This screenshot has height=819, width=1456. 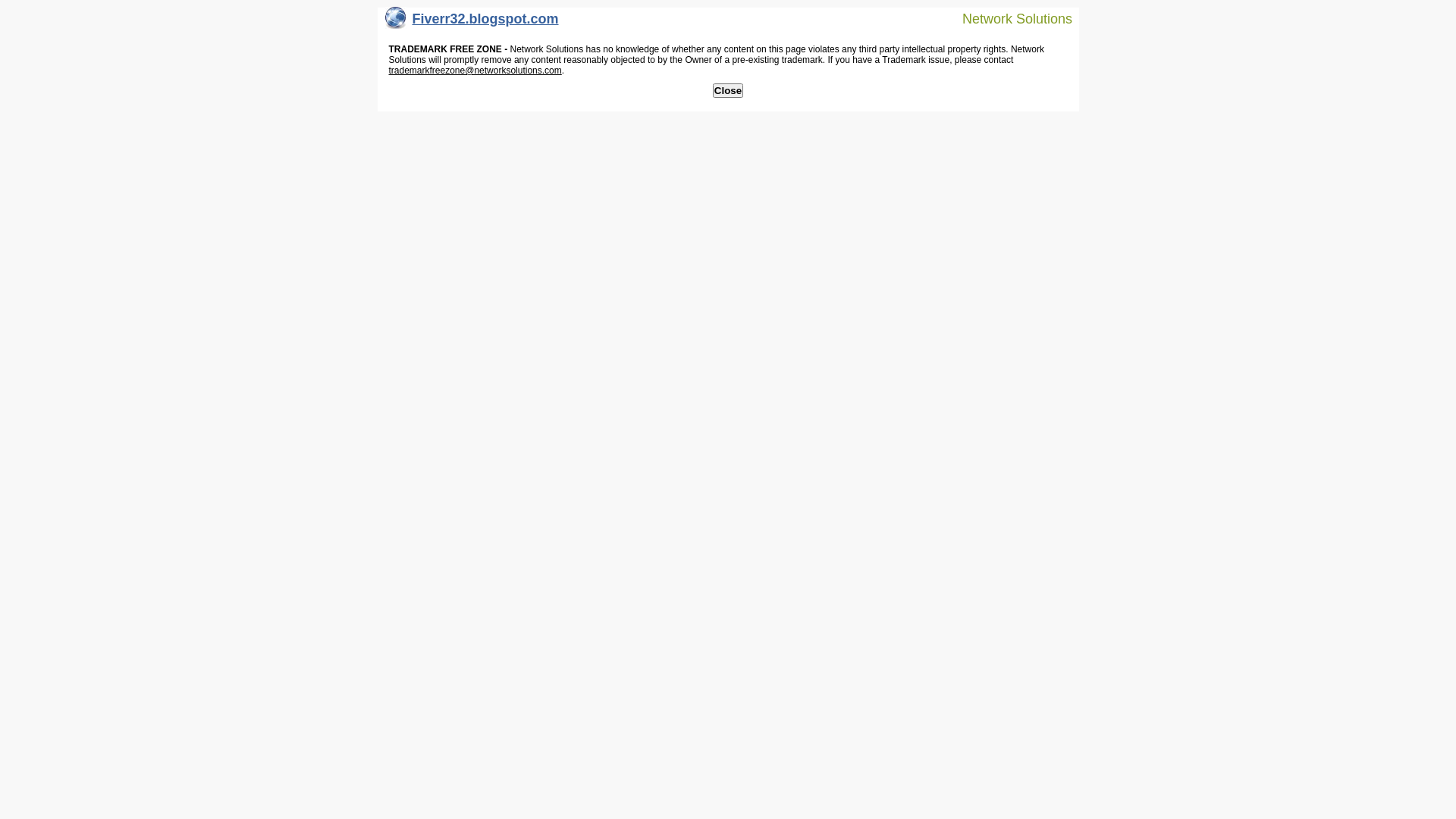 I want to click on 'Fiverr32.blogspot.com', so click(x=471, y=22).